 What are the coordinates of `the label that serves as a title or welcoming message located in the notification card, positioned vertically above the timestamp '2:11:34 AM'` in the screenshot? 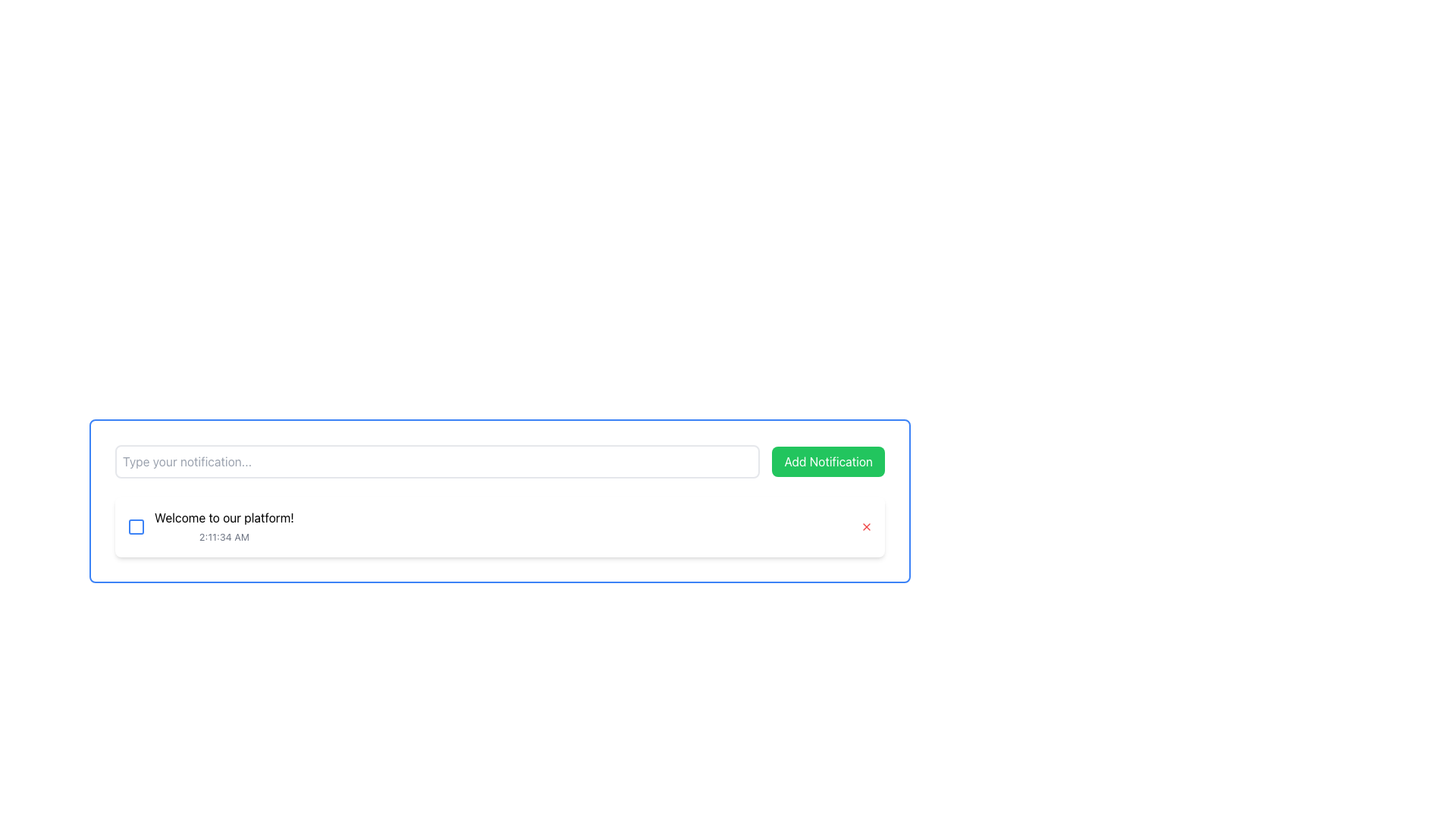 It's located at (223, 516).